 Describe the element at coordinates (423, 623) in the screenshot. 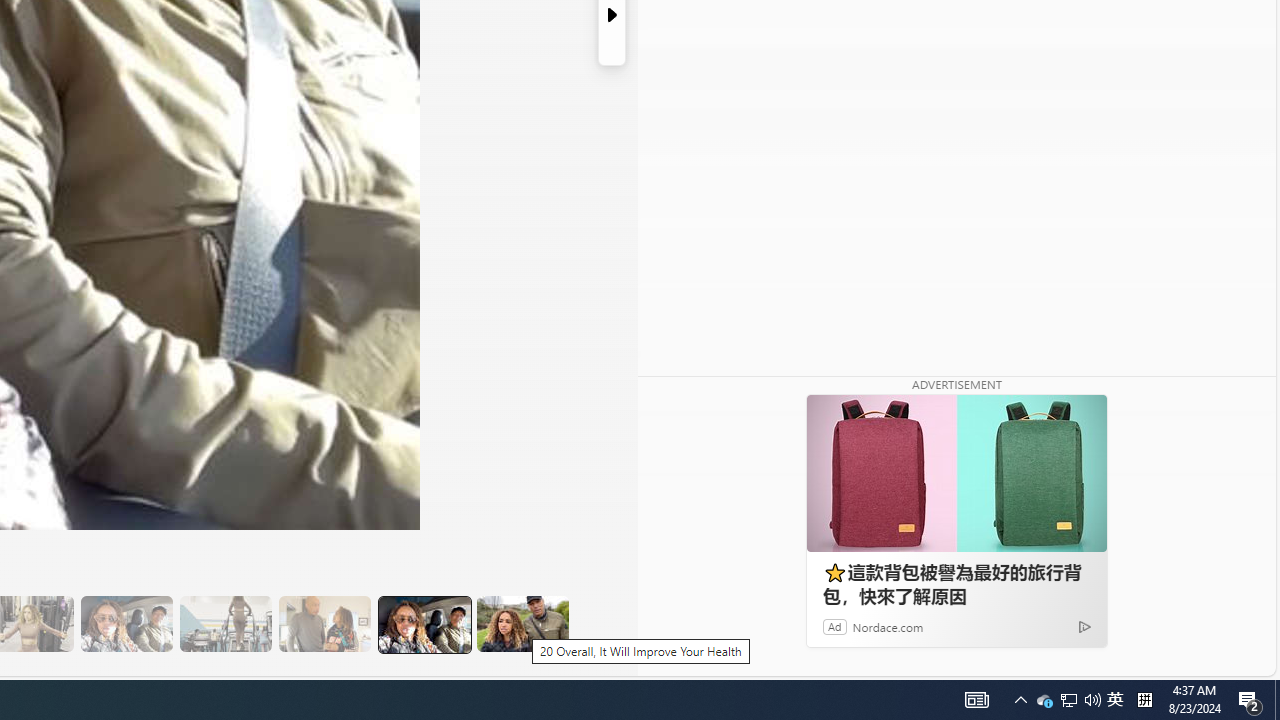

I see `'19 It Also Simplifies Thiings'` at that location.